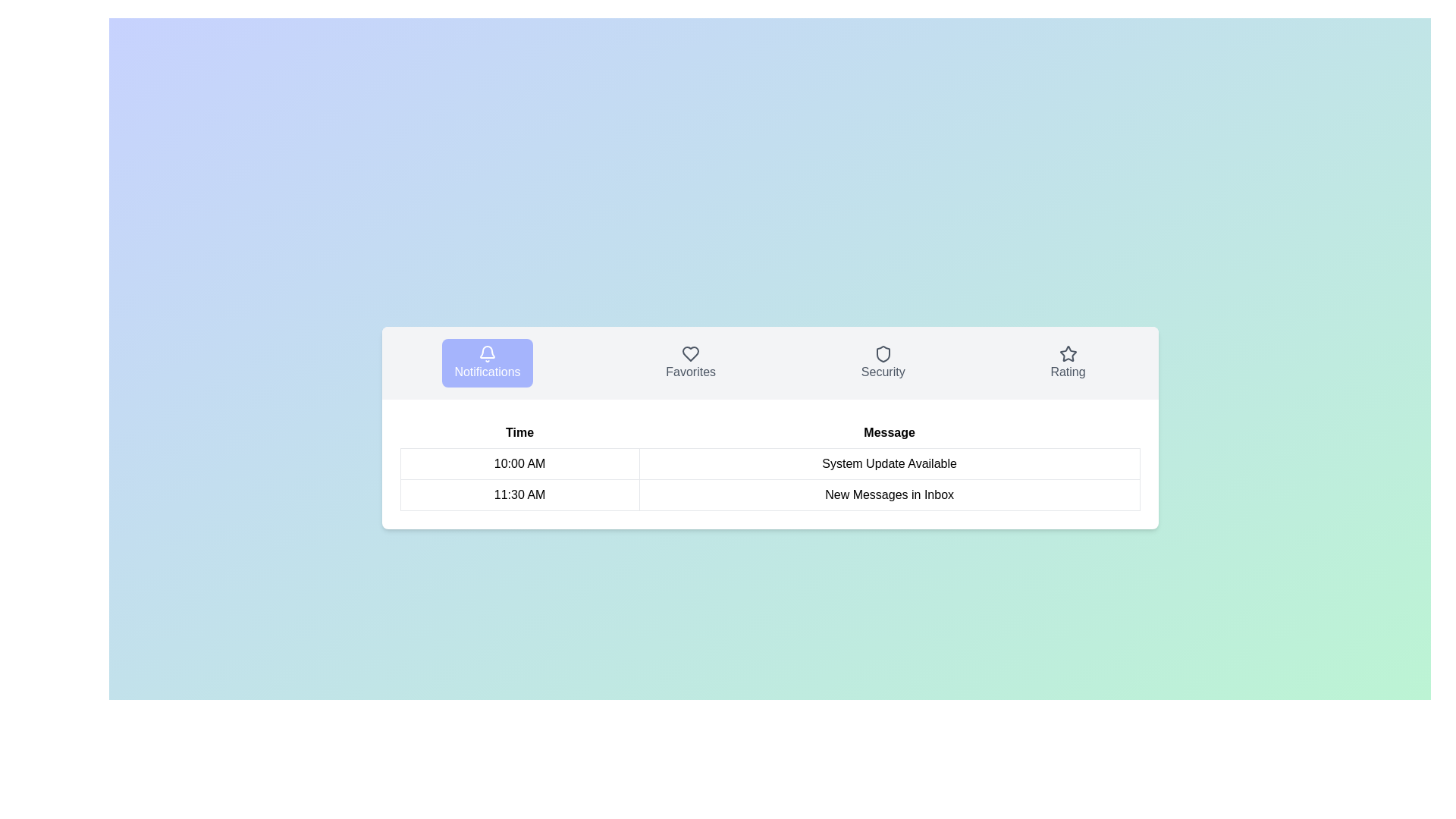 The image size is (1456, 819). Describe the element at coordinates (690, 353) in the screenshot. I see `the 'Favorites' icon located in the navigation bar, situated between 'Notifications' and 'Security'` at that location.